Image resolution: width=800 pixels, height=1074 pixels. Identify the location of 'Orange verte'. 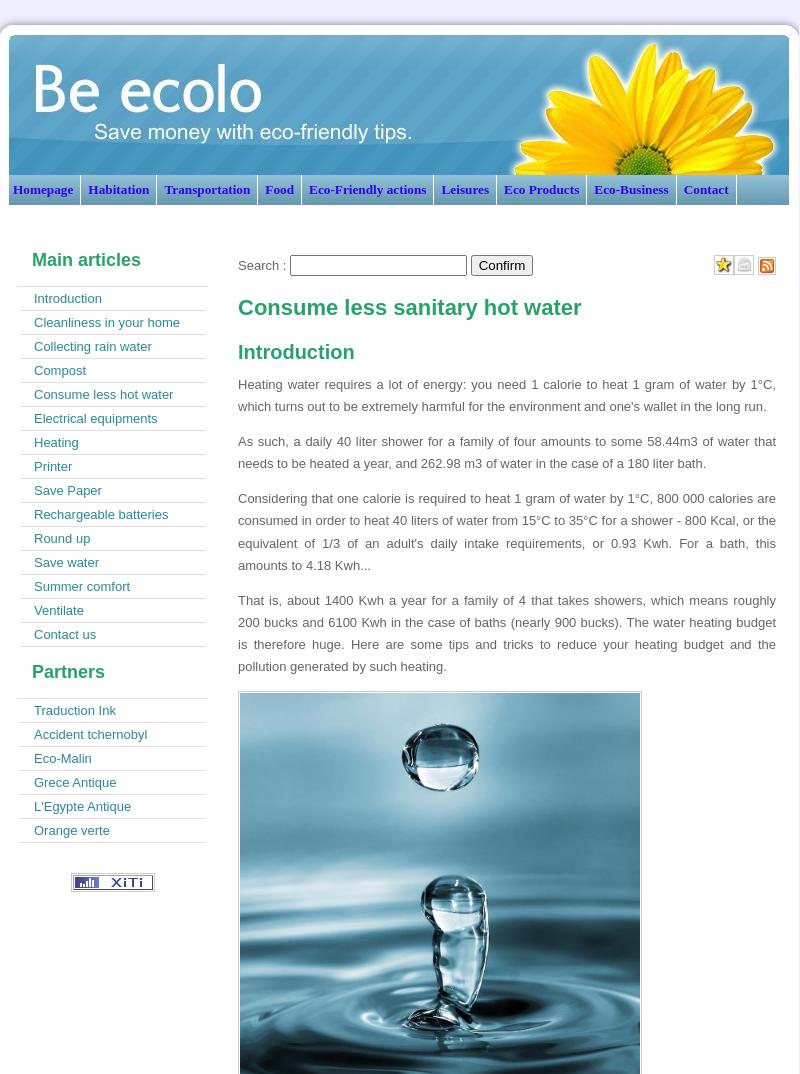
(71, 830).